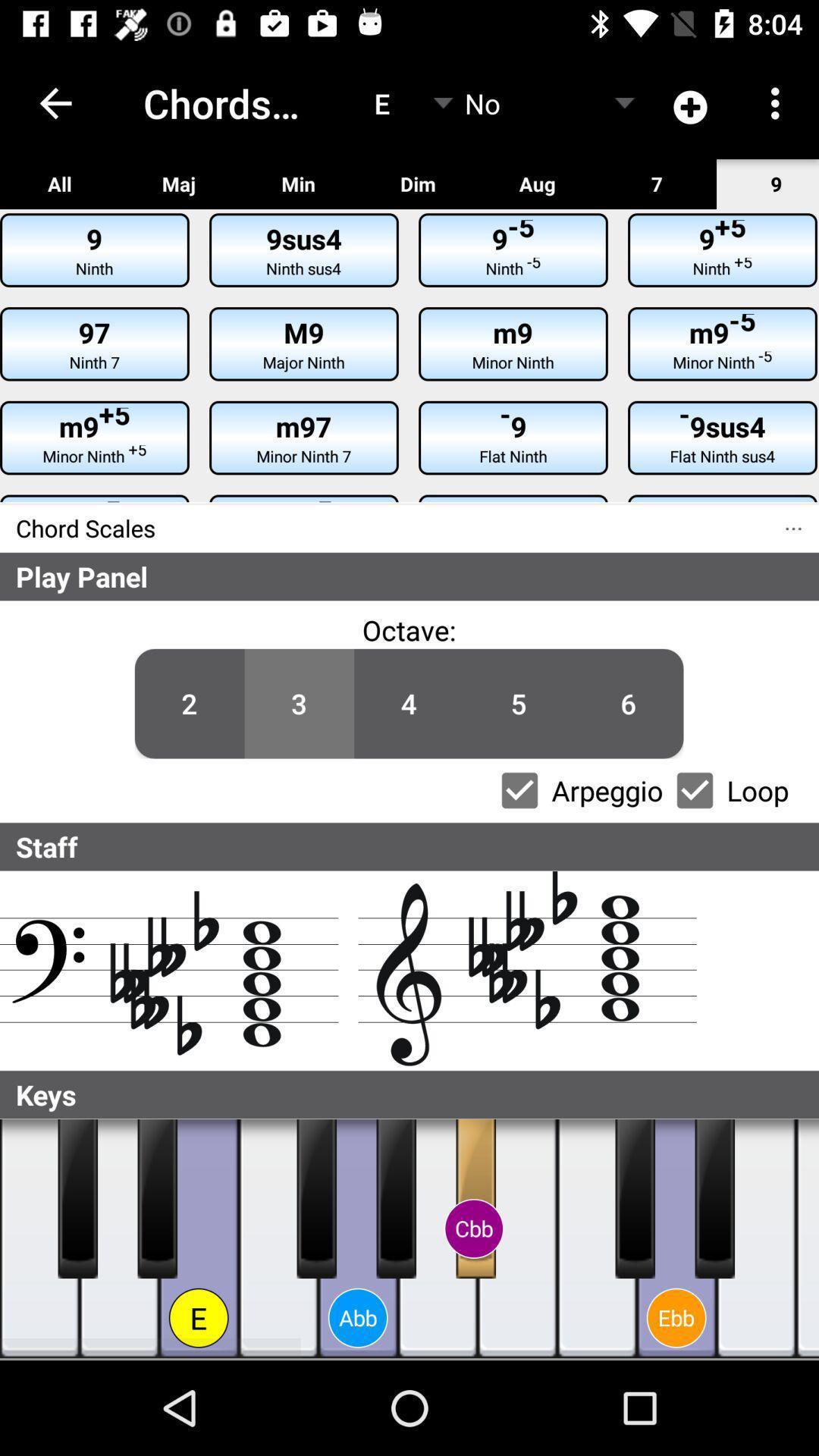 This screenshot has height=1456, width=819. I want to click on piano key, so click(395, 1197).